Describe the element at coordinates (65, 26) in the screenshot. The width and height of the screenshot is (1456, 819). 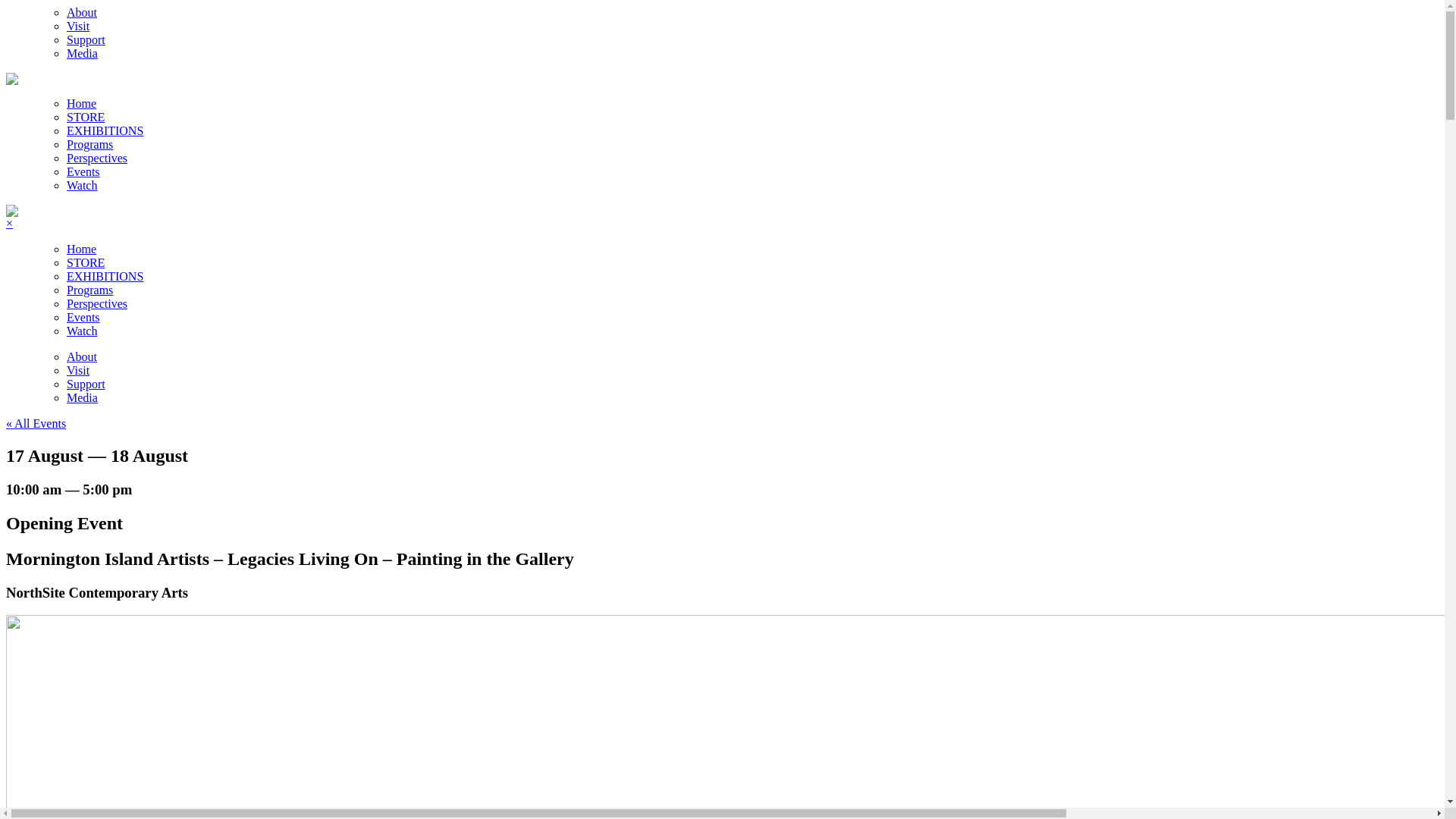
I see `'Visit'` at that location.